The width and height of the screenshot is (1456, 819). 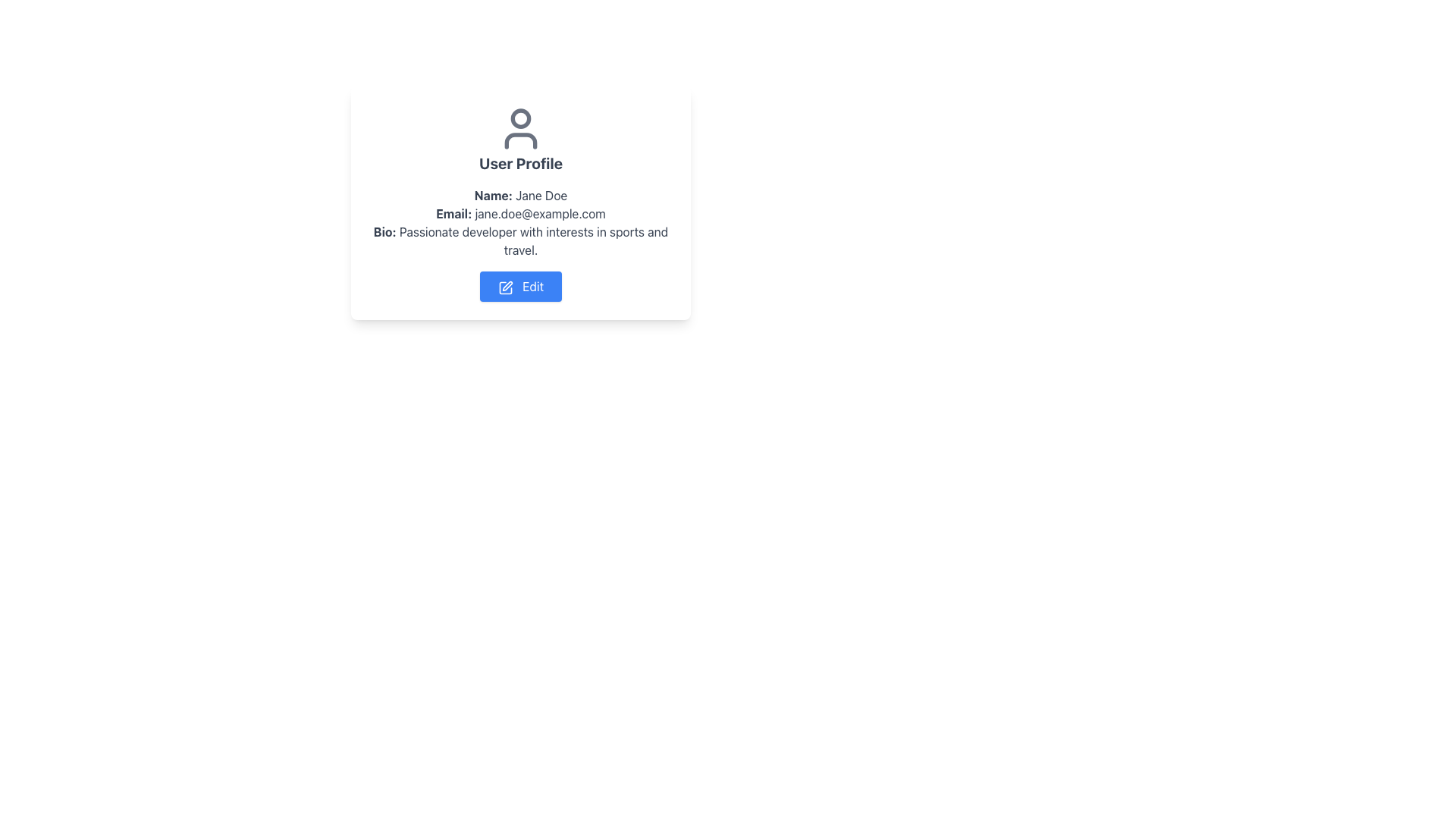 I want to click on the non-interactive text label displaying the user's name located below the 'User Profile' title in the profile card section, so click(x=520, y=195).